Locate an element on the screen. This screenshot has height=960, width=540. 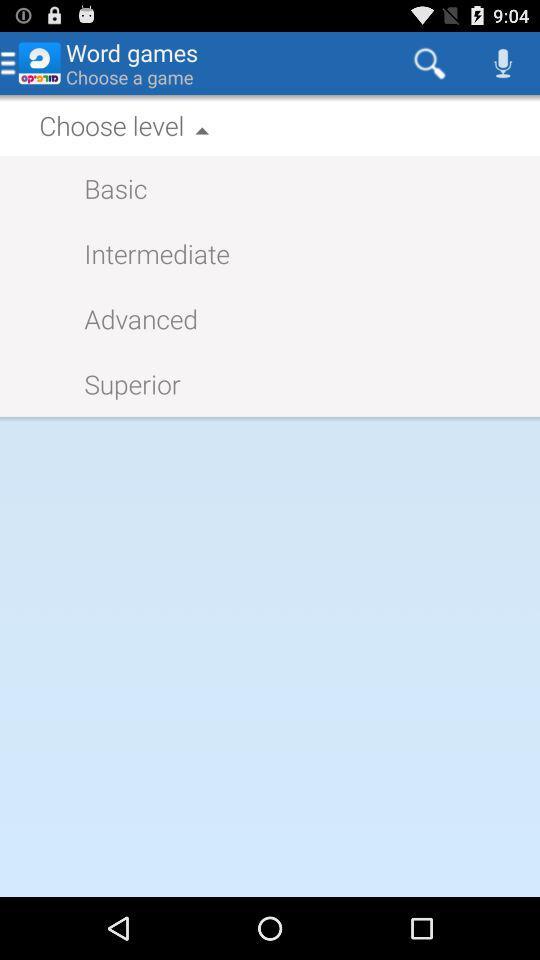
icon to the right of word games is located at coordinates (428, 62).